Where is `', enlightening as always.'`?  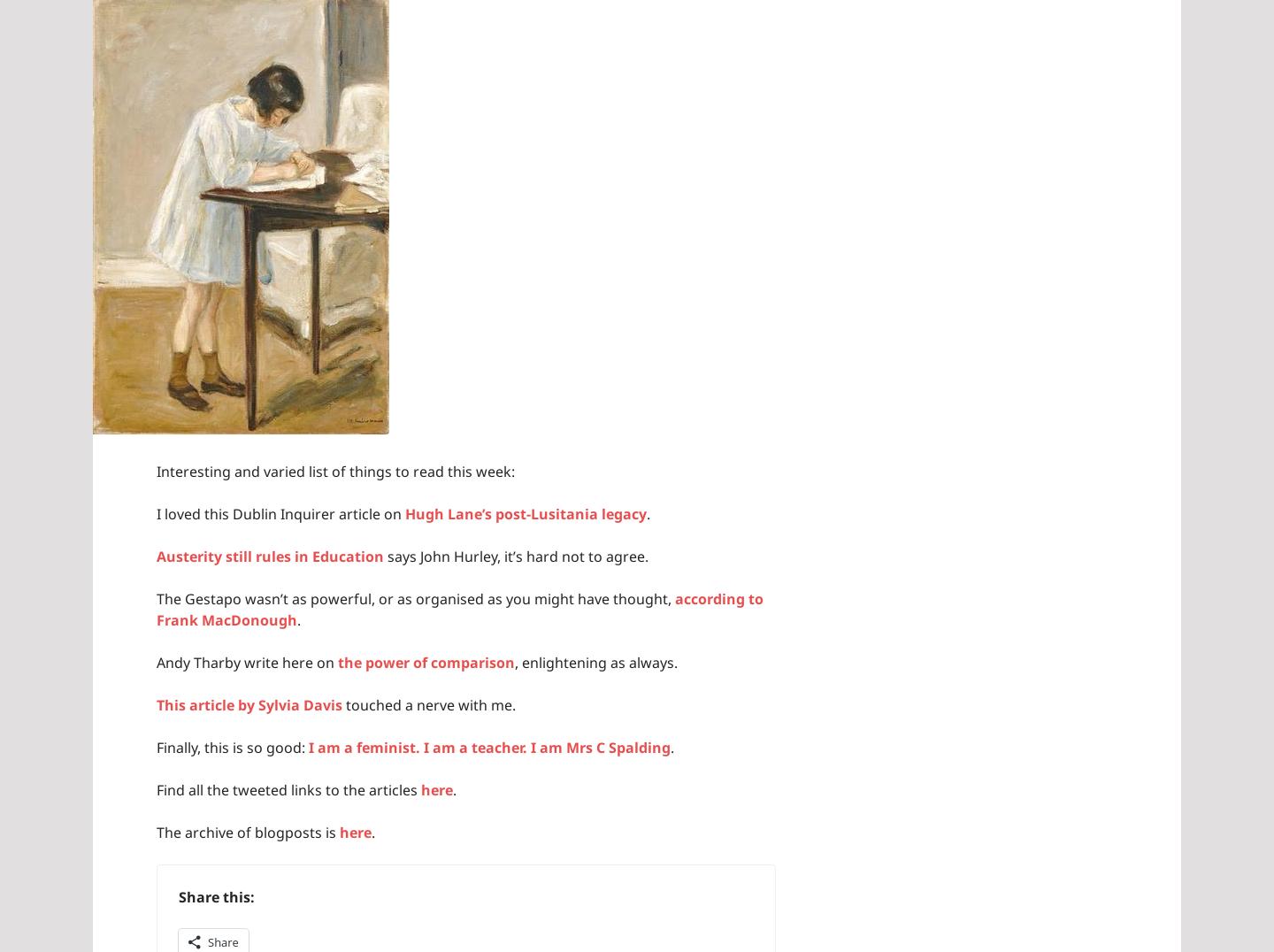
', enlightening as always.' is located at coordinates (596, 661).